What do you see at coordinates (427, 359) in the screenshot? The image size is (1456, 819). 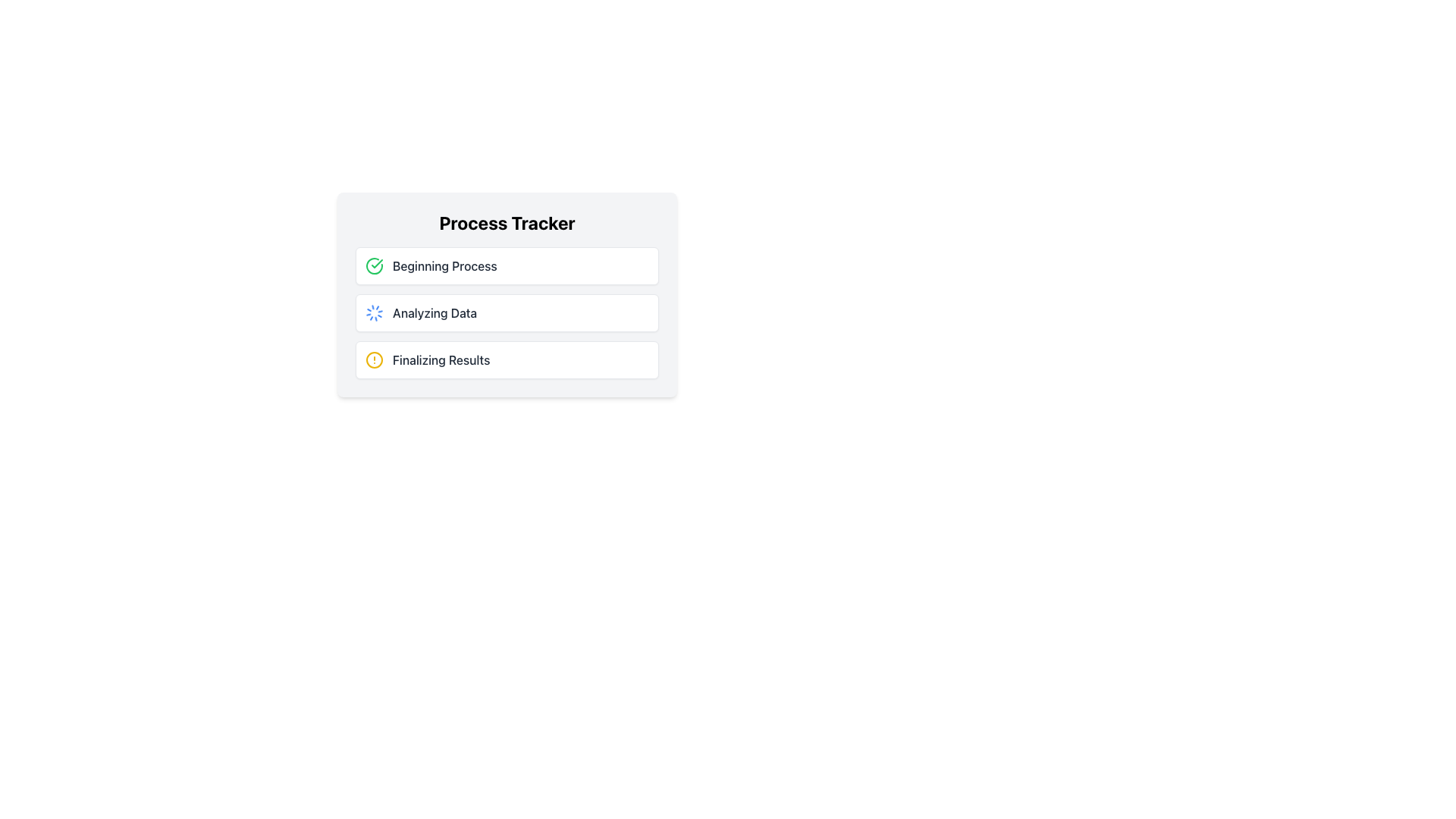 I see `the Status indicator for the 'Finalizing Results' stage in the Process Tracker, which indicates pending or under review status with an alert icon` at bounding box center [427, 359].